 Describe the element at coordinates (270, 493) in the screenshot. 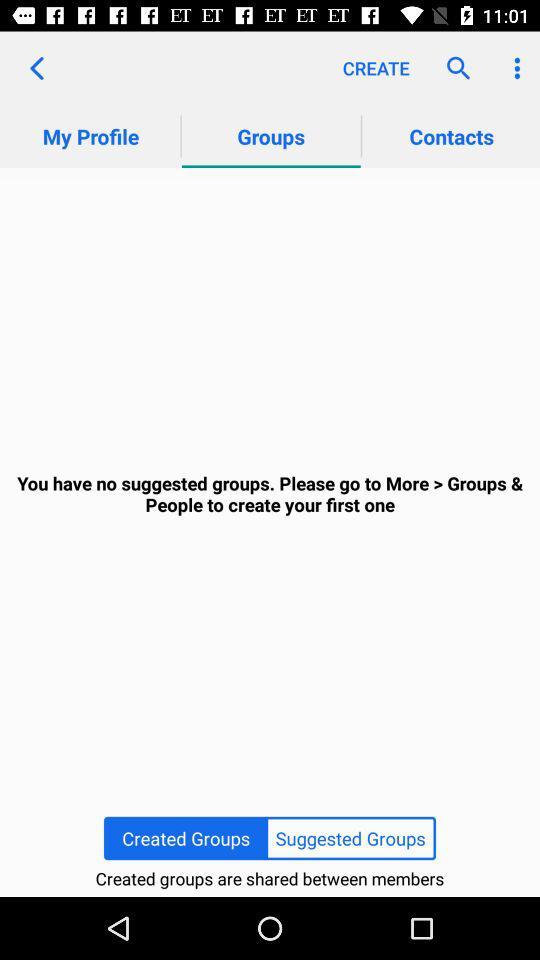

I see `item below my profile item` at that location.